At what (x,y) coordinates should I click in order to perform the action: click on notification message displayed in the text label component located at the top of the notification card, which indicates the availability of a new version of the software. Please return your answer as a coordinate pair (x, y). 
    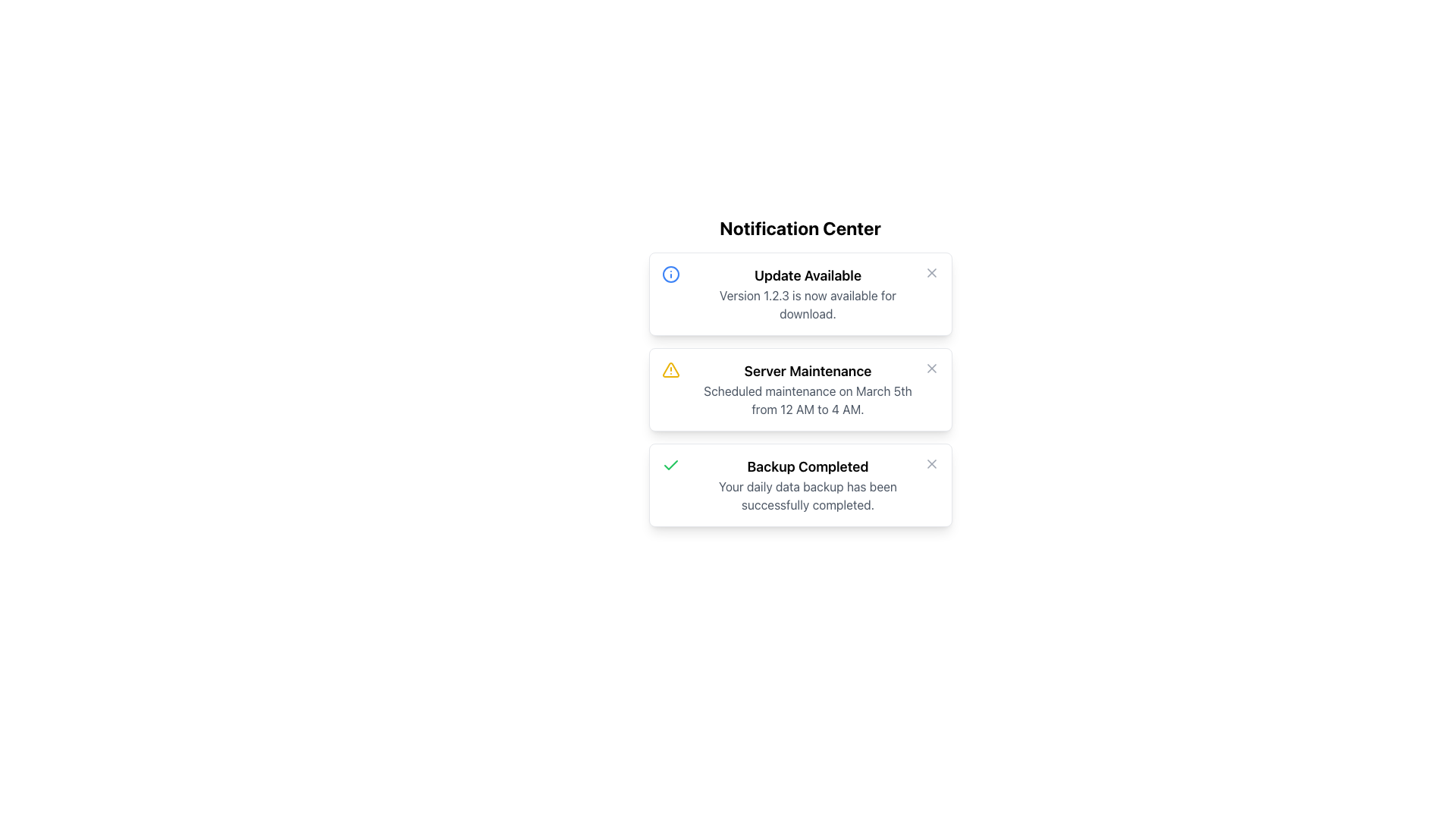
    Looking at the image, I should click on (807, 294).